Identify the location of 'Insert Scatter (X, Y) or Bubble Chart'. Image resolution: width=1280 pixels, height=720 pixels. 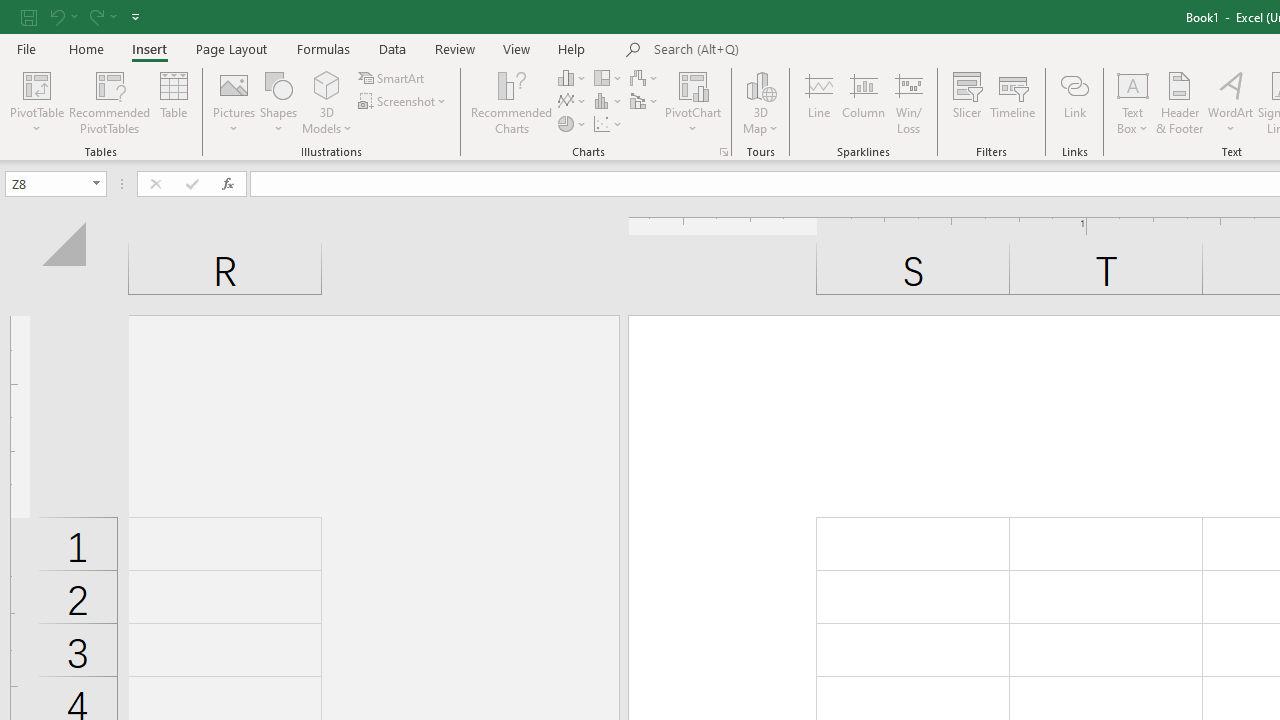
(608, 124).